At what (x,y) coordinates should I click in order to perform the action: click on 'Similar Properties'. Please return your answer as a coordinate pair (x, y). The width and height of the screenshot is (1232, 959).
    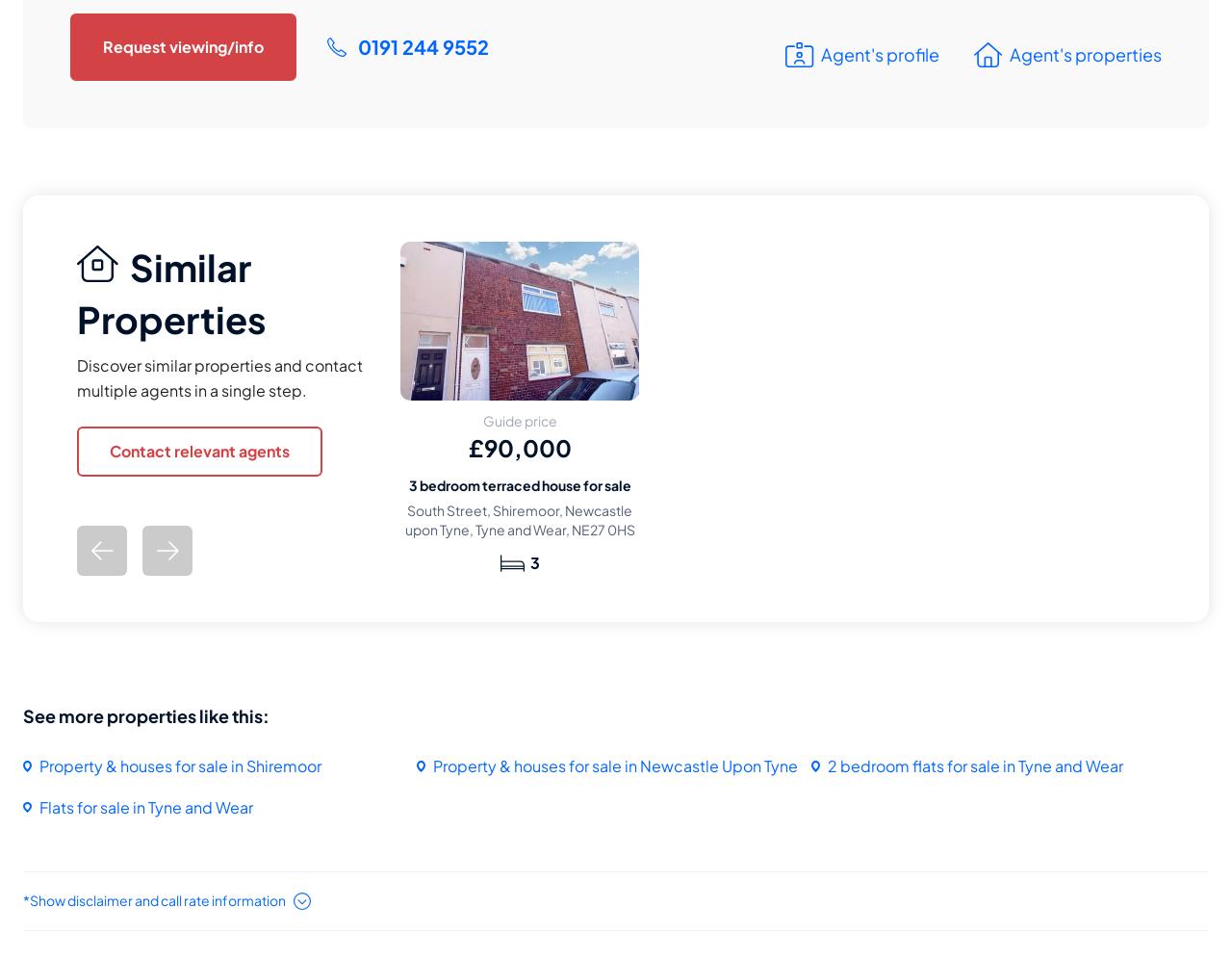
    Looking at the image, I should click on (77, 291).